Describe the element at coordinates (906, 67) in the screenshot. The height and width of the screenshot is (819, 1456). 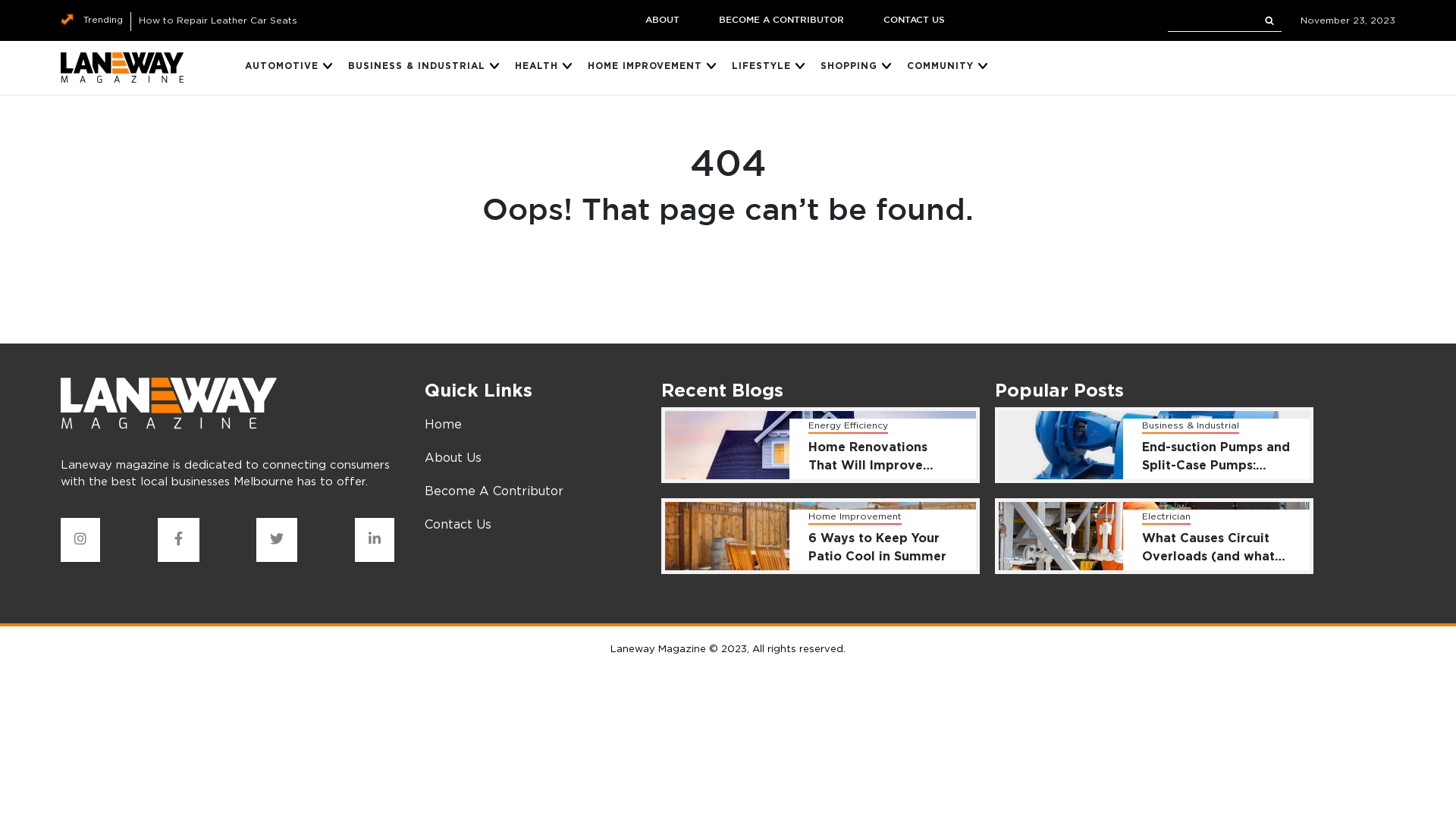
I see `'COMMUNITY'` at that location.